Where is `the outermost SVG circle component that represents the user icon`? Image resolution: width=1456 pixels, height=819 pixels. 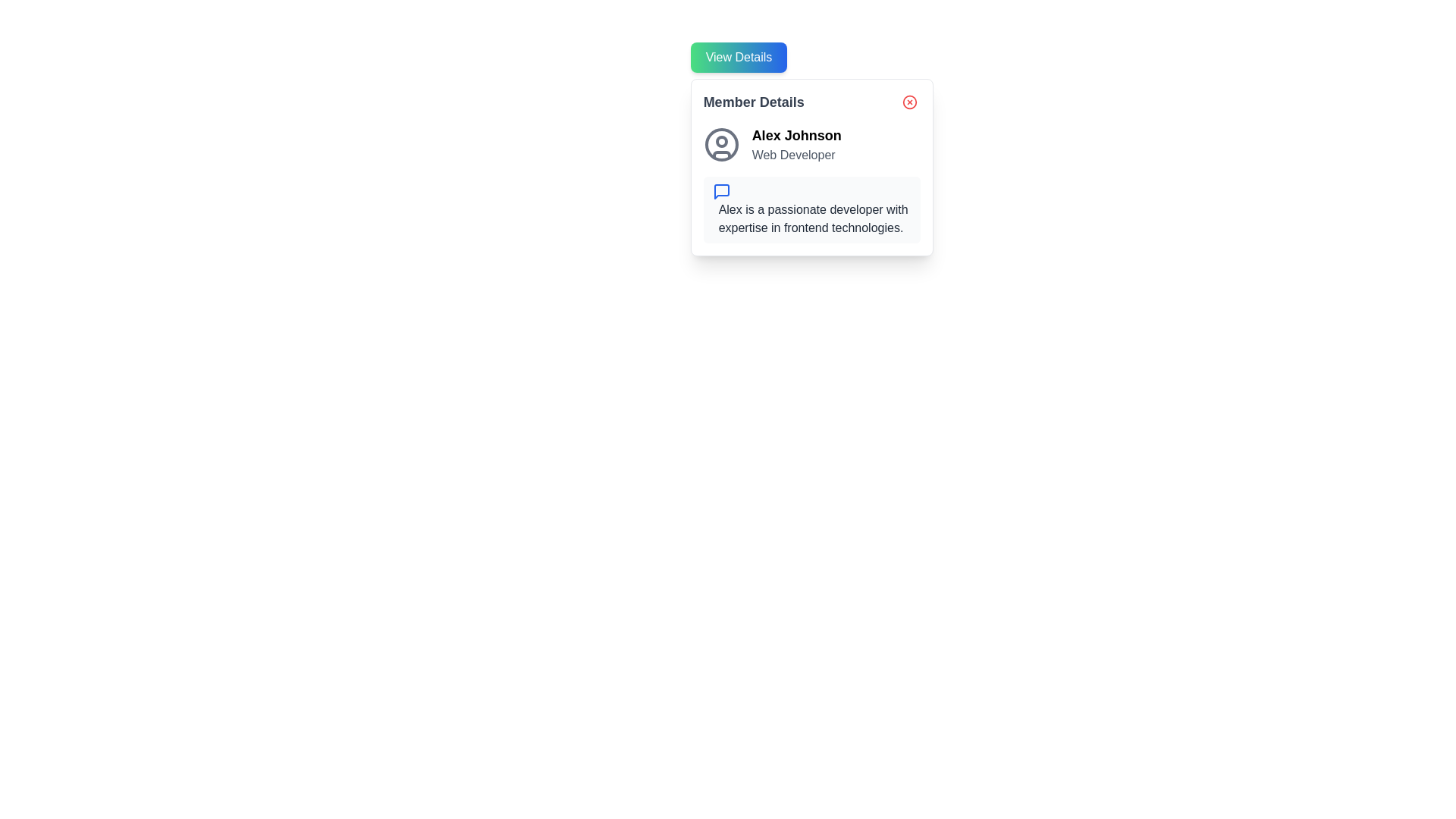 the outermost SVG circle component that represents the user icon is located at coordinates (720, 145).